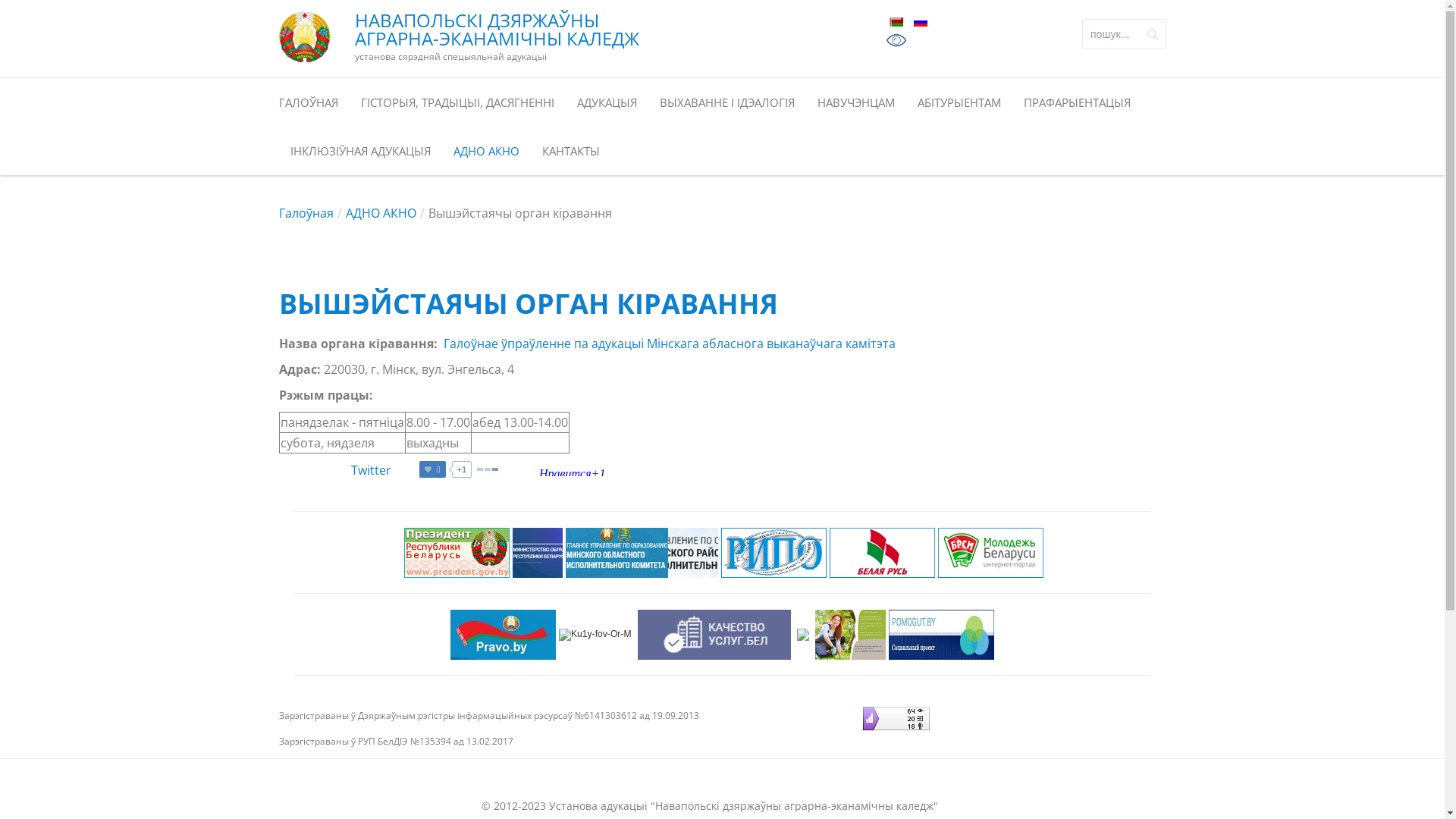  I want to click on 'Twitter', so click(370, 469).